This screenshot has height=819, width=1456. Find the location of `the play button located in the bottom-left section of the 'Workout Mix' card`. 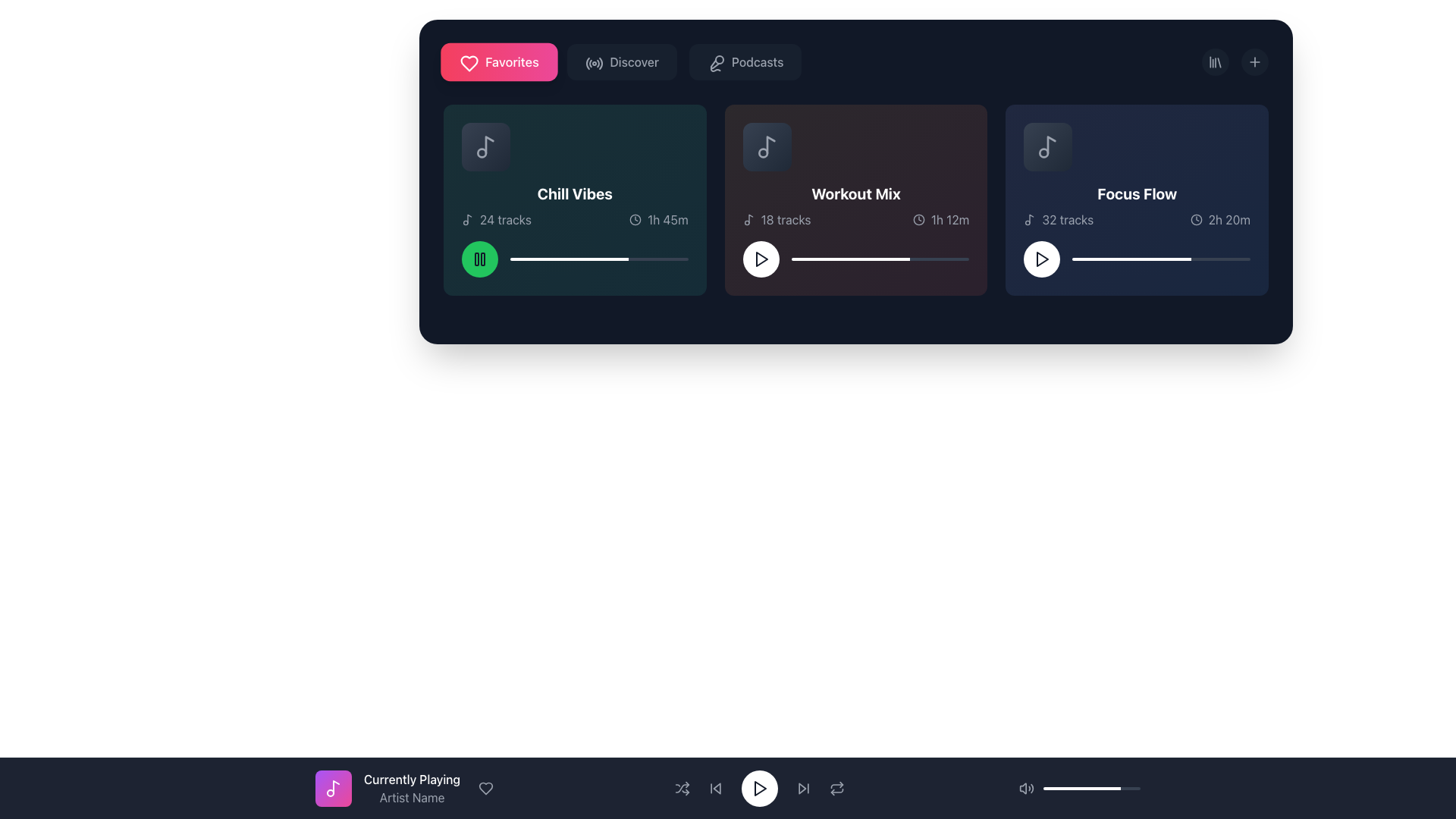

the play button located in the bottom-left section of the 'Workout Mix' card is located at coordinates (761, 259).